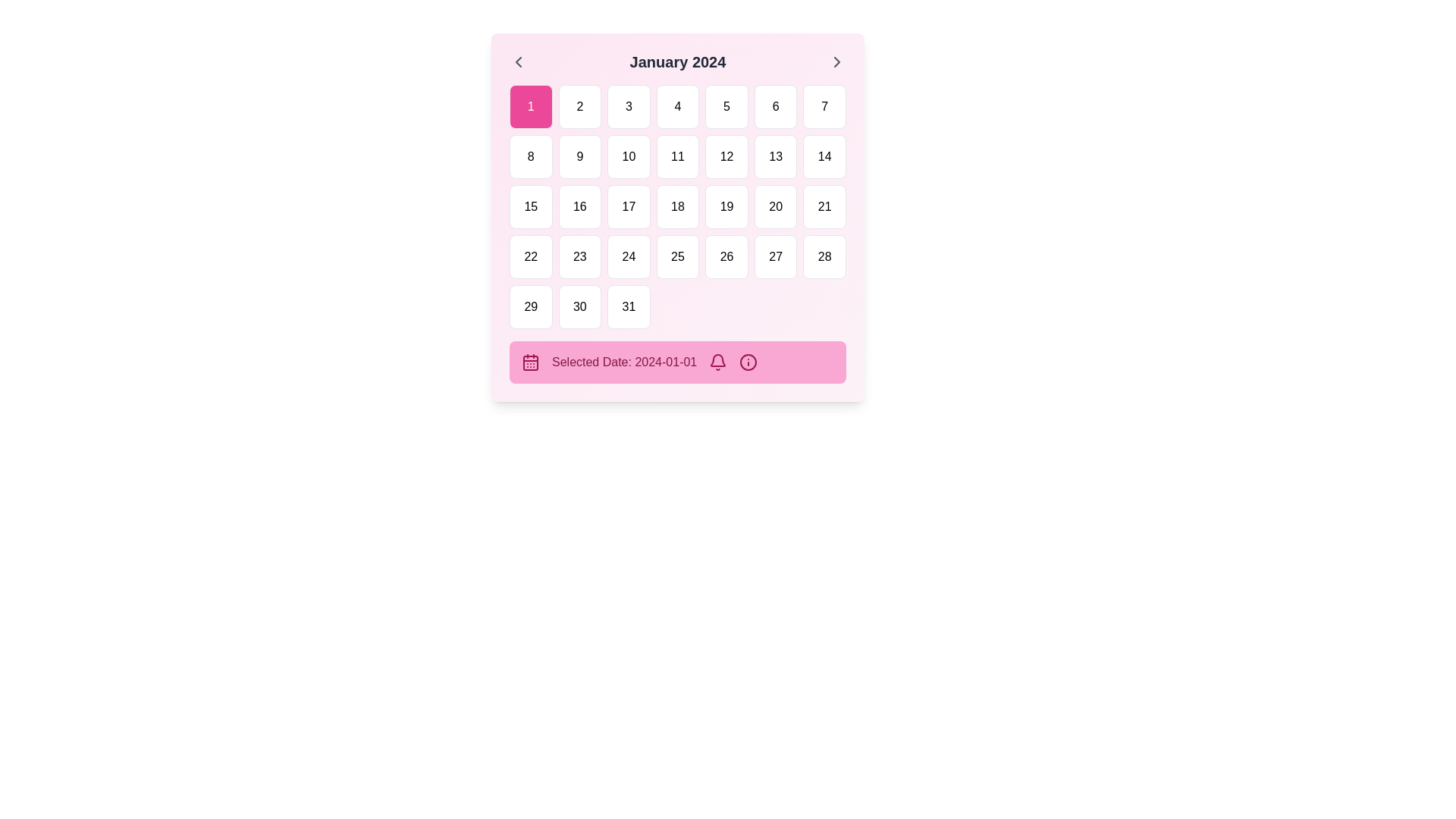  What do you see at coordinates (519, 61) in the screenshot?
I see `the button that navigates to the previous month in the calendar, located to the far left of the header displaying 'January 2024'` at bounding box center [519, 61].